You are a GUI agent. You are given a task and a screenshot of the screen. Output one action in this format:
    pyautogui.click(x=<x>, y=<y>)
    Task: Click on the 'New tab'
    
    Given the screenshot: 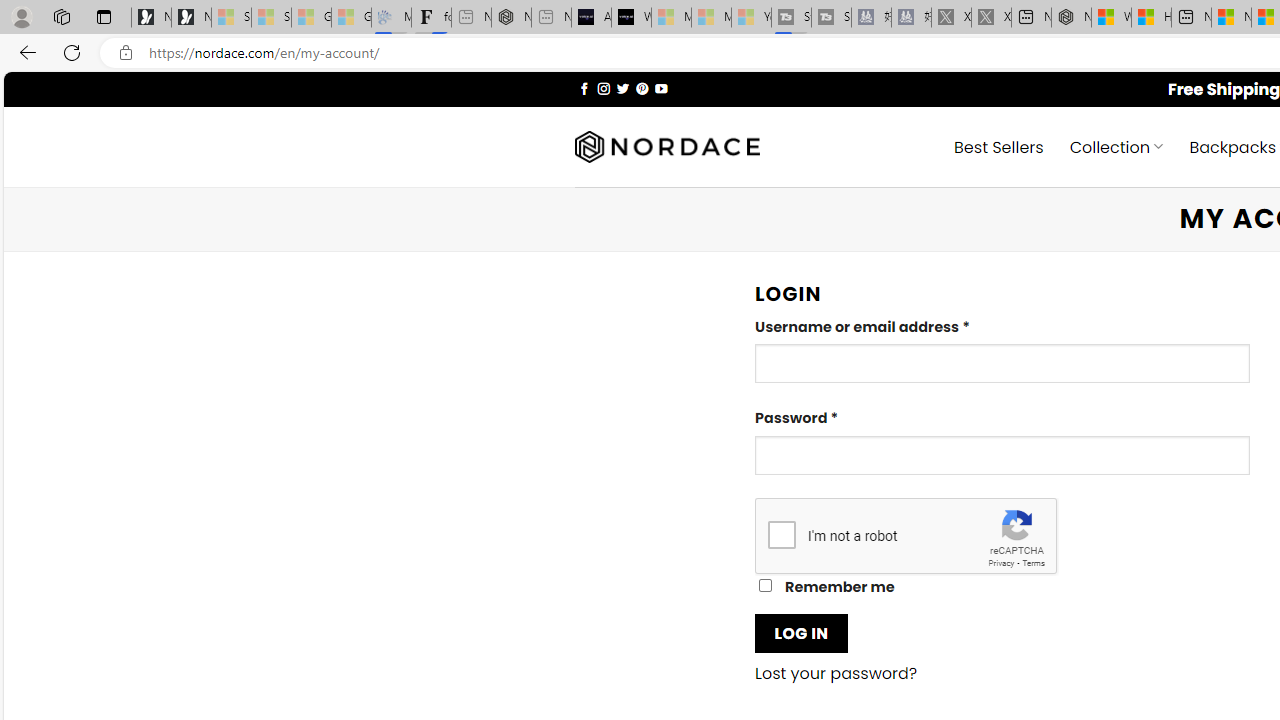 What is the action you would take?
    pyautogui.click(x=1191, y=17)
    